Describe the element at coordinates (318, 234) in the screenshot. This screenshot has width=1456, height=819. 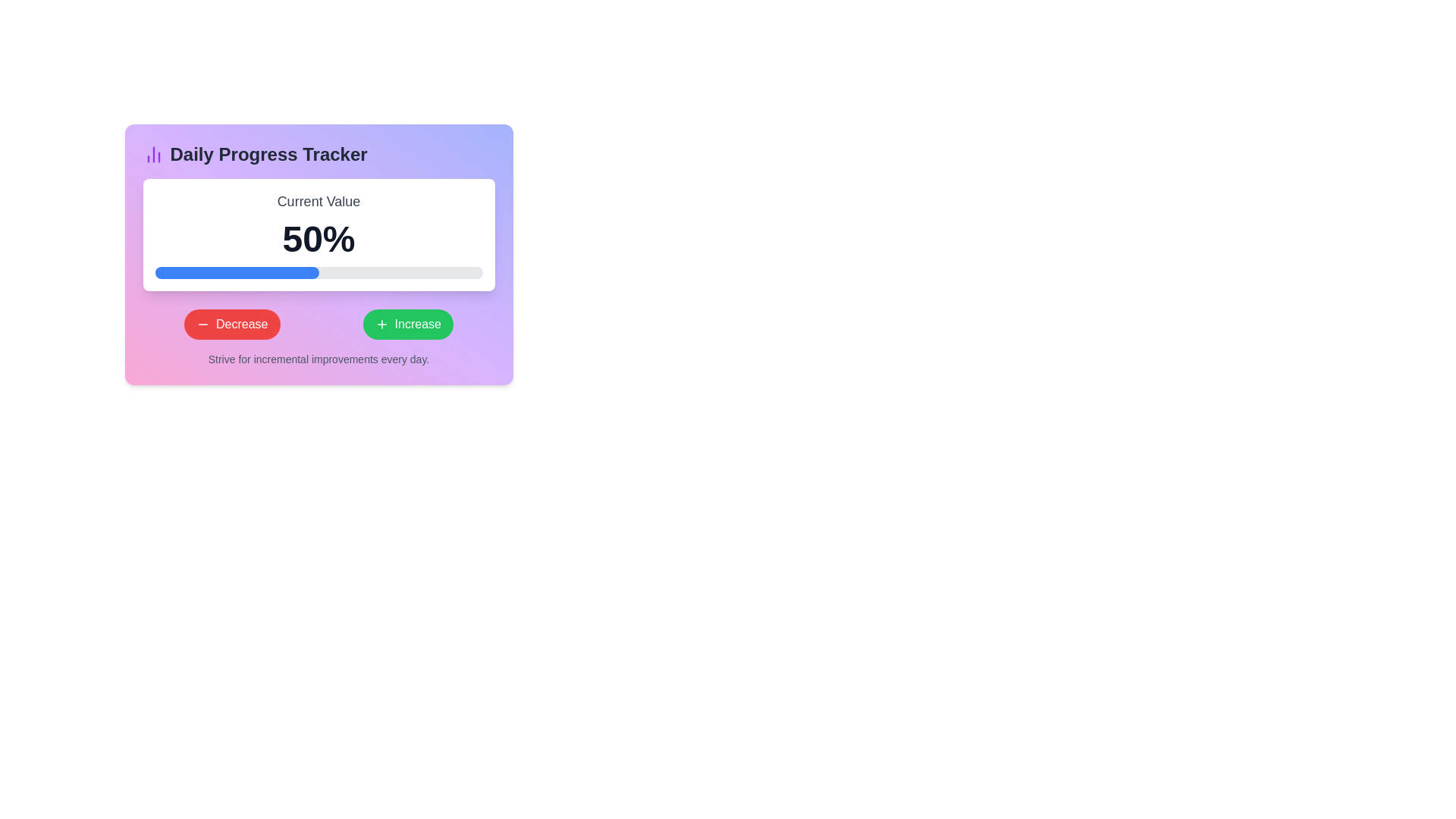
I see `the Progress Indicator Widget that displays the current value as a percentage and is located below the 'Daily Progress Tracker' header` at that location.